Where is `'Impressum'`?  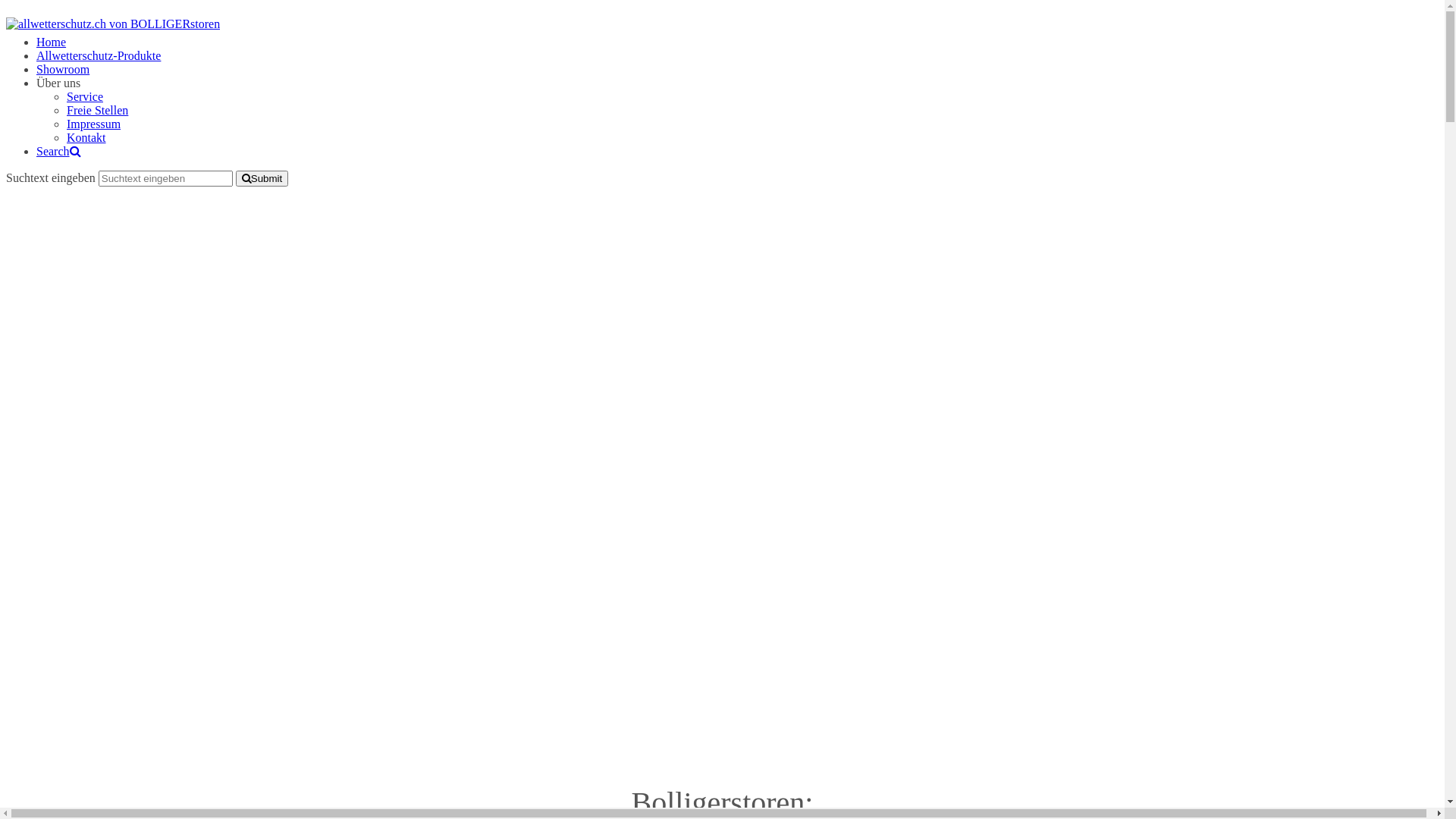
'Impressum' is located at coordinates (93, 123).